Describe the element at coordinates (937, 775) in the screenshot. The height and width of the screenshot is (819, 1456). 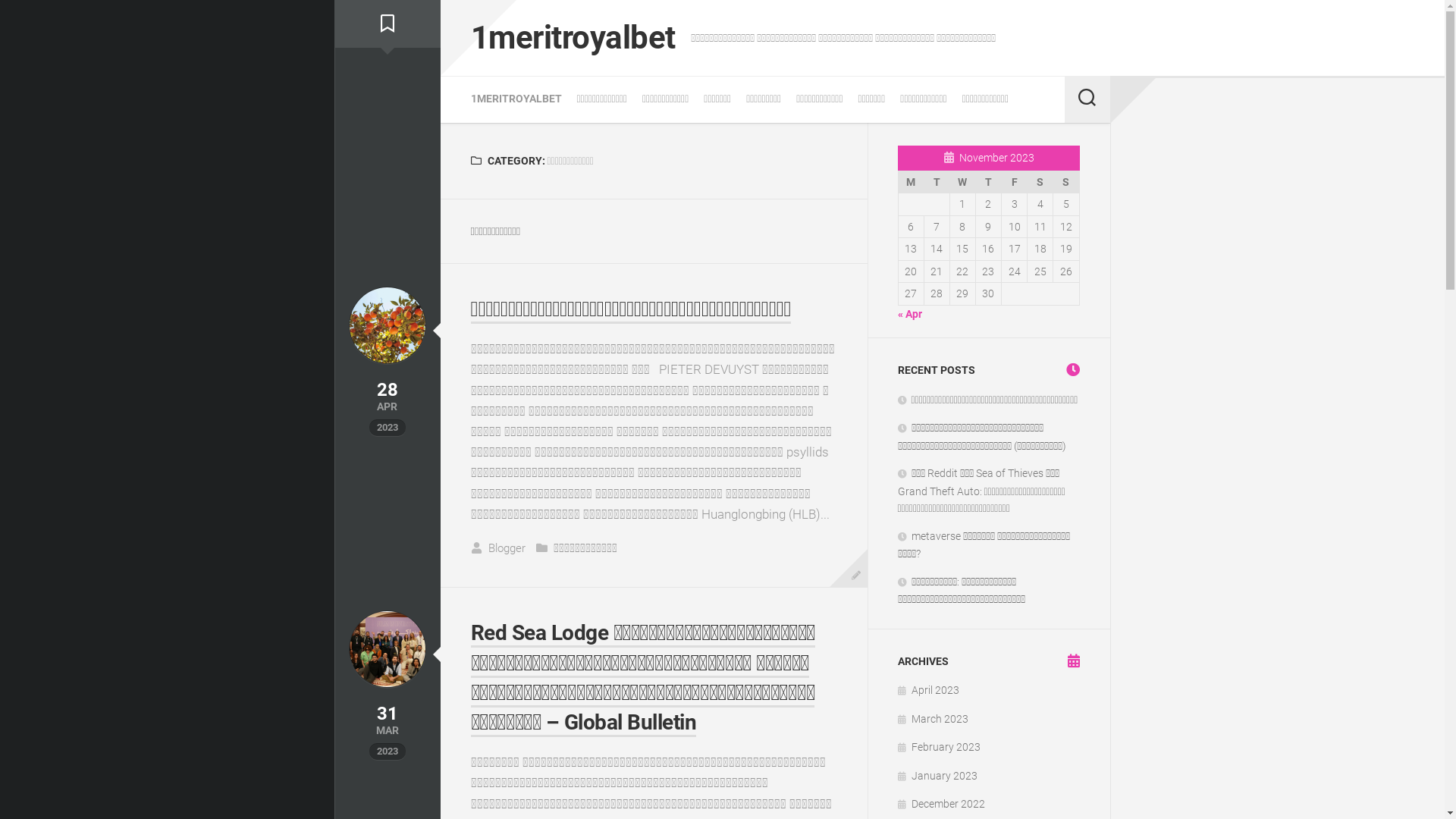
I see `'January 2023'` at that location.